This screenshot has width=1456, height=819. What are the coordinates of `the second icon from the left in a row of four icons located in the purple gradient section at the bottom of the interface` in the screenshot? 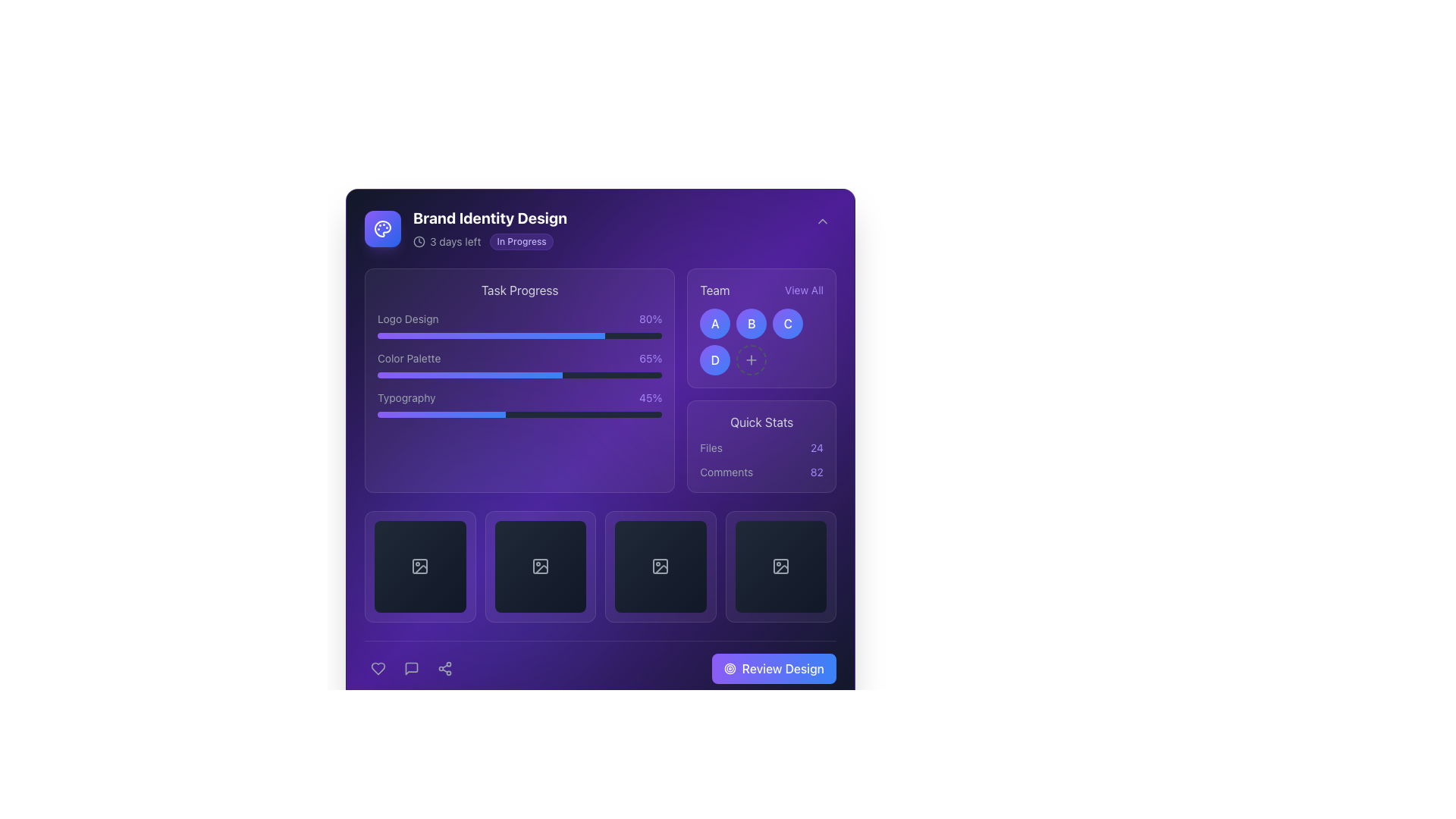 It's located at (540, 566).